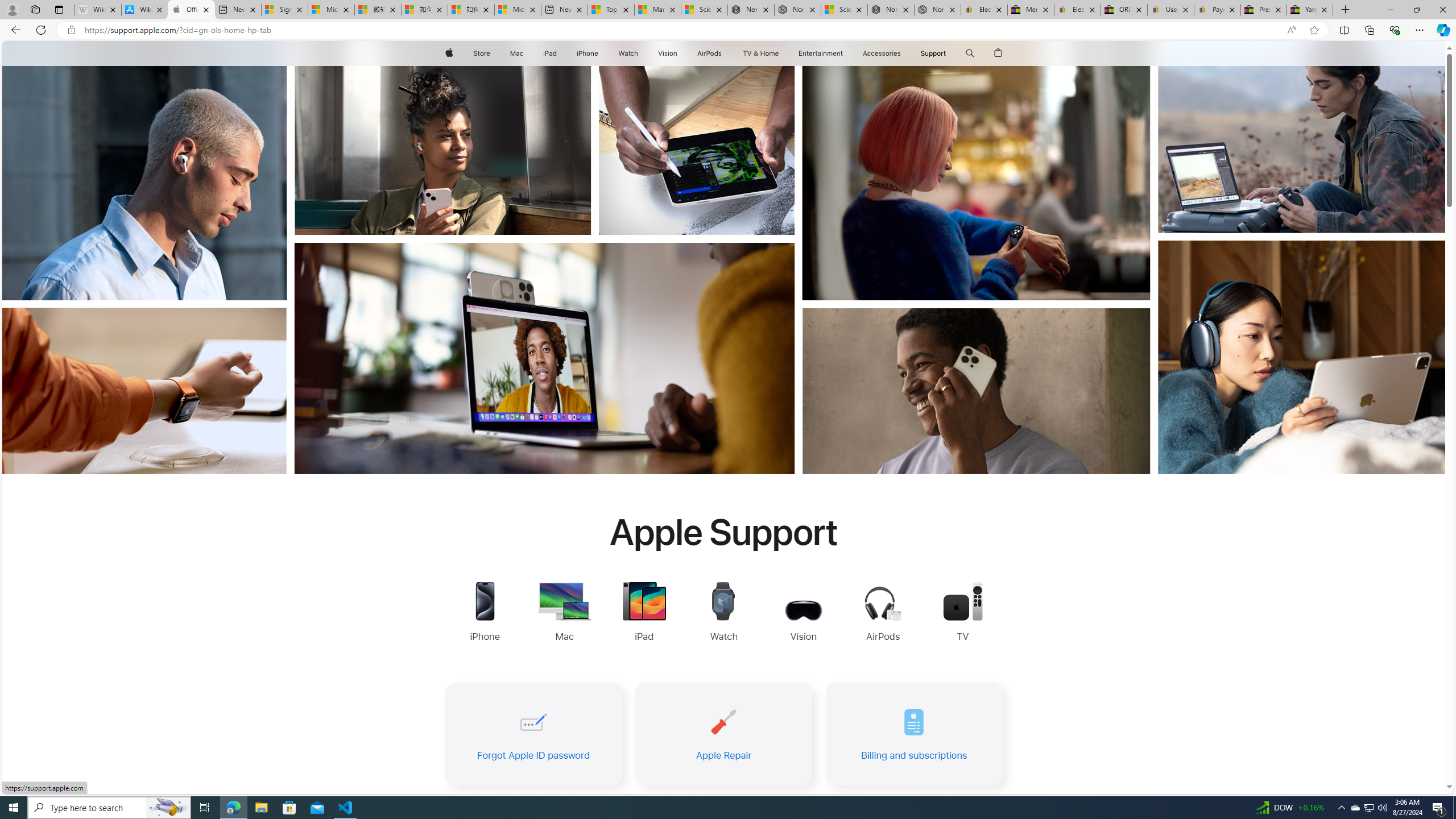 The width and height of the screenshot is (1456, 819). What do you see at coordinates (448, 53) in the screenshot?
I see `'Apple'` at bounding box center [448, 53].